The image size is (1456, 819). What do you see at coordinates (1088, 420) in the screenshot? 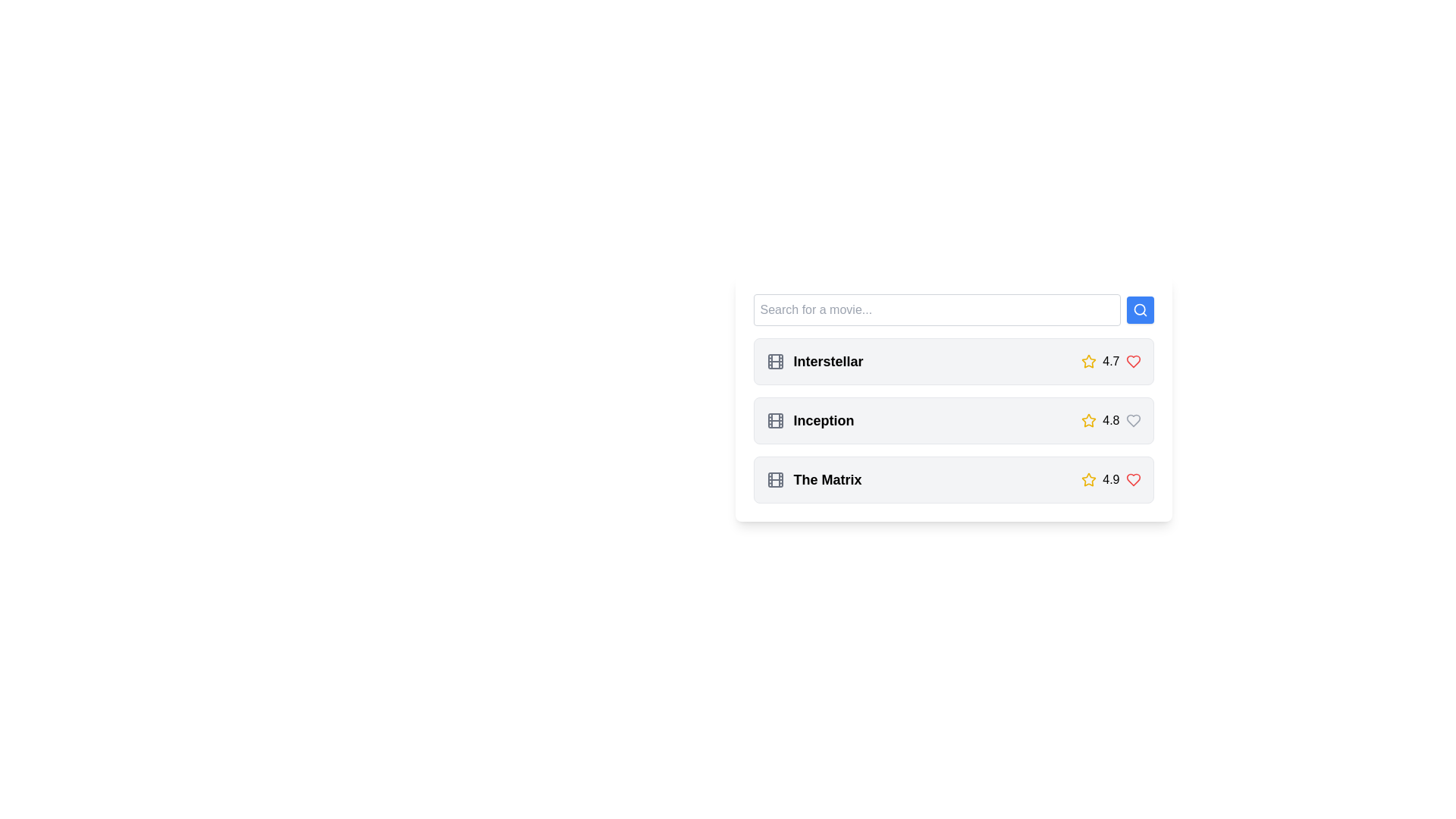
I see `the yellow star icon located next to the rating '4.8' for the movie 'Inception'` at bounding box center [1088, 420].